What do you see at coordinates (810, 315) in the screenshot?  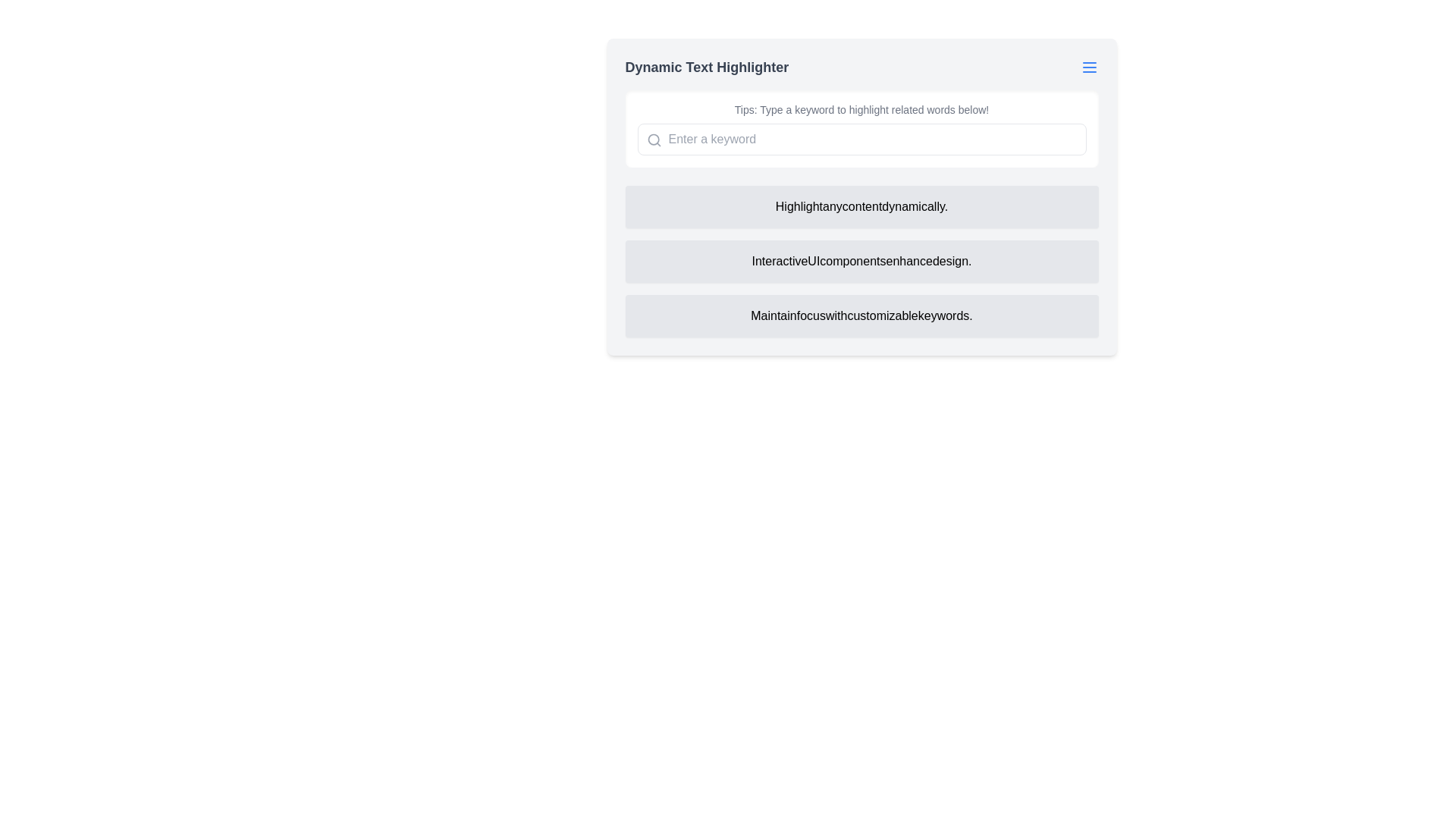 I see `the static text element 'with' in the phrase 'Maintain focus with customizable keywords' located in the third gray callout box` at bounding box center [810, 315].